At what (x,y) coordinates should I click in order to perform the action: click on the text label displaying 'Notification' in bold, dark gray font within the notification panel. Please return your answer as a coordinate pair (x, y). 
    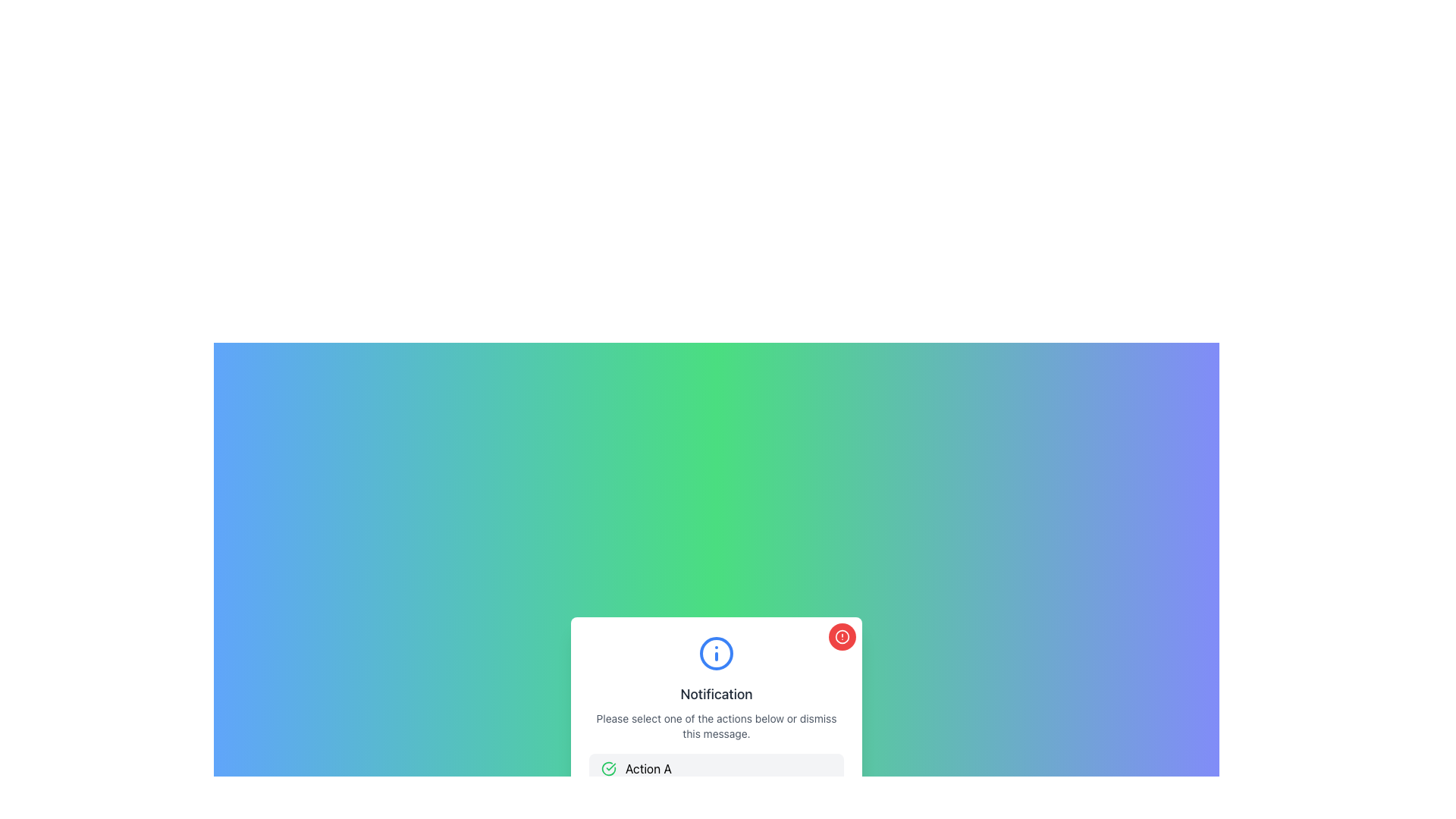
    Looking at the image, I should click on (716, 694).